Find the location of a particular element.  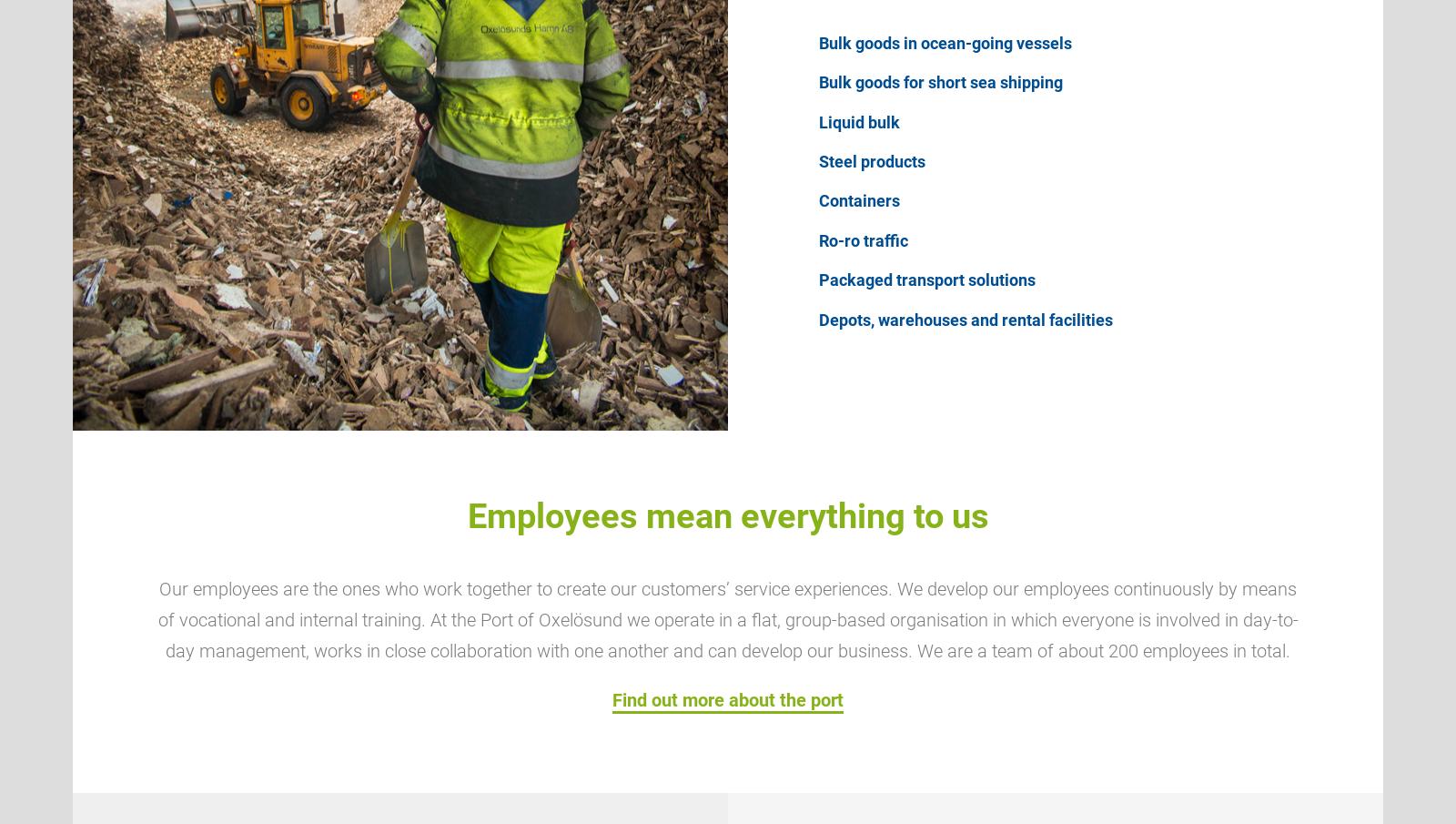

'Depots, warehouses and rental facilities' is located at coordinates (966, 318).